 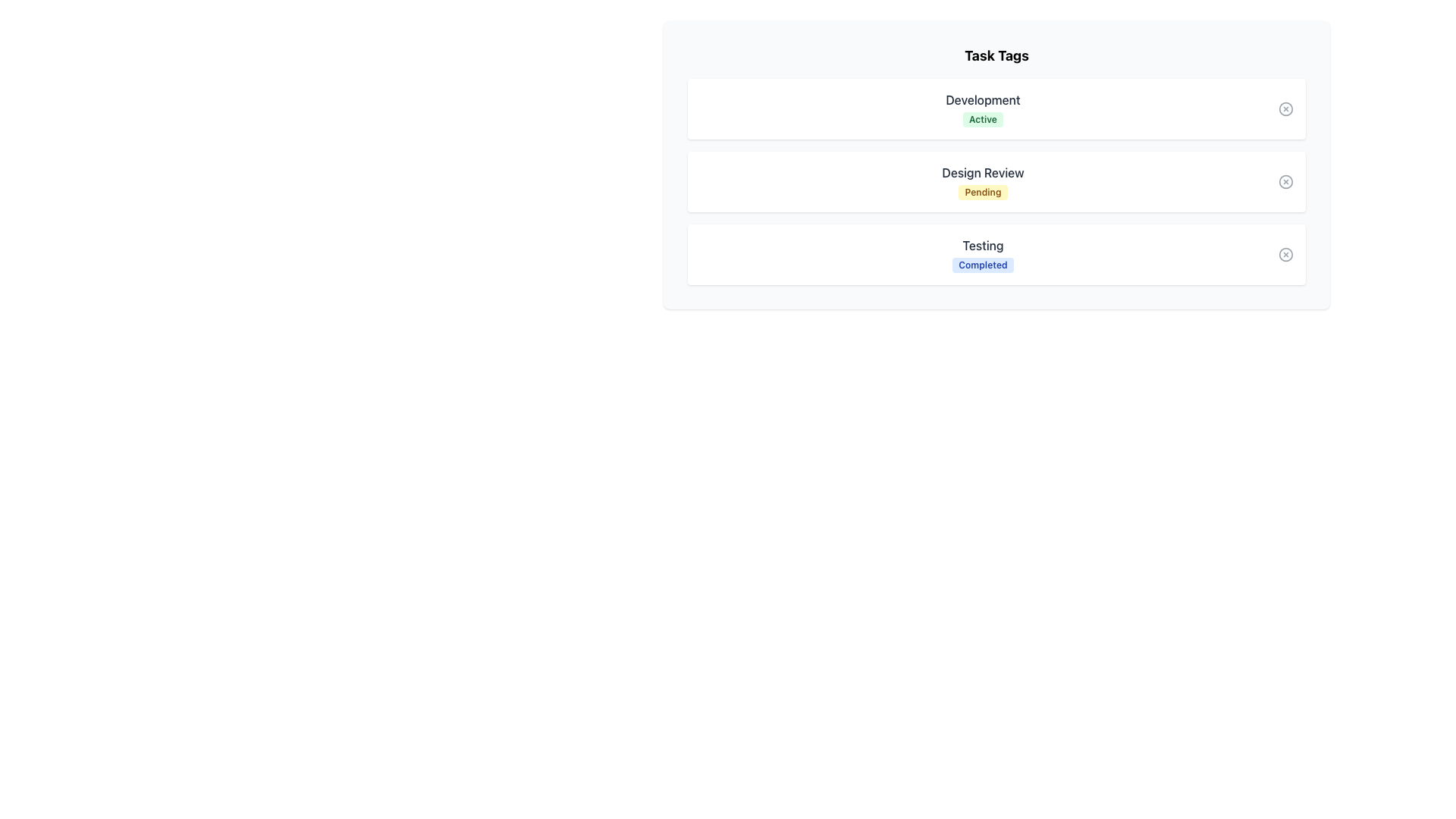 What do you see at coordinates (1285, 180) in the screenshot?
I see `the dismiss button for the 'Design Review' entry to change its color to red` at bounding box center [1285, 180].